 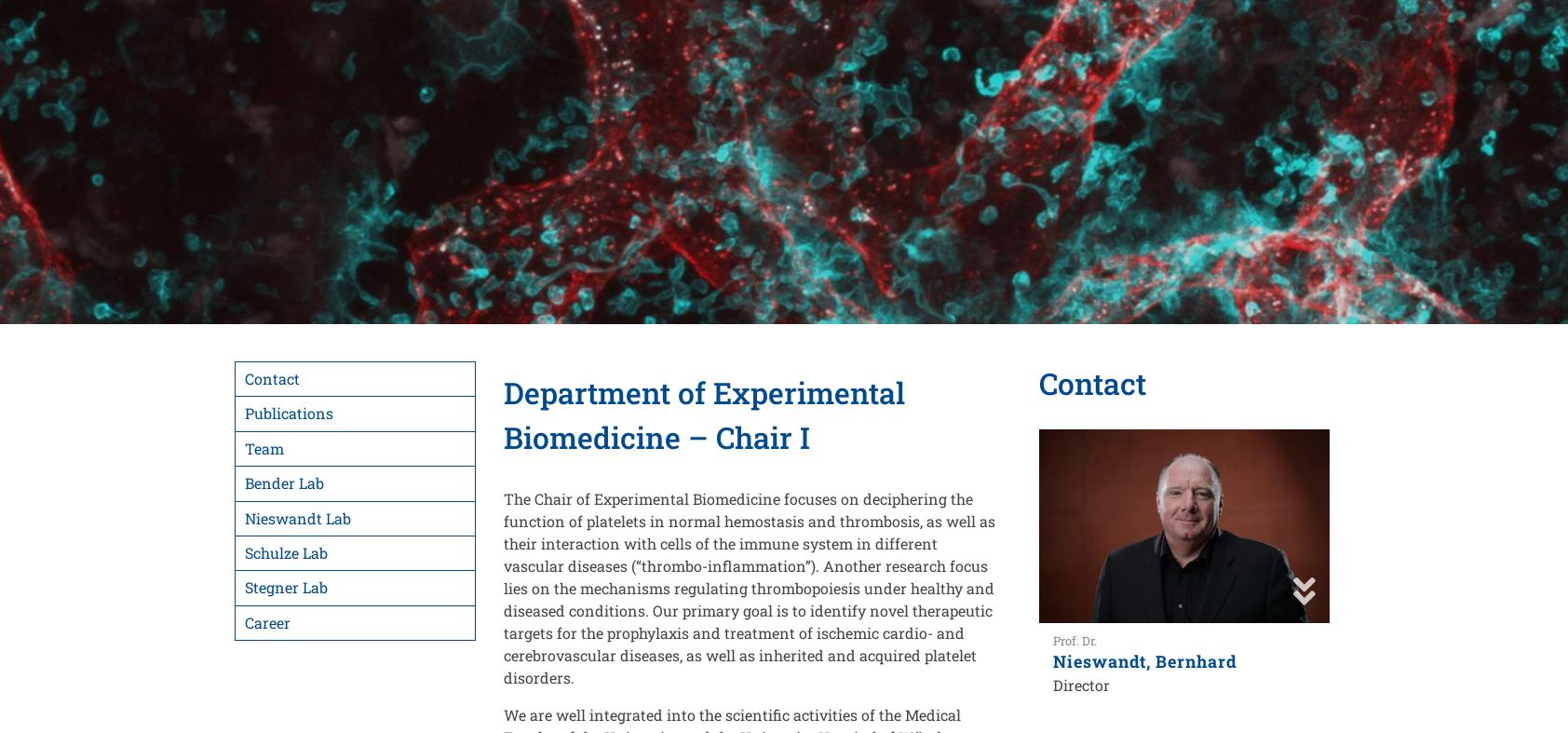 What do you see at coordinates (245, 482) in the screenshot?
I see `'Bender Lab'` at bounding box center [245, 482].